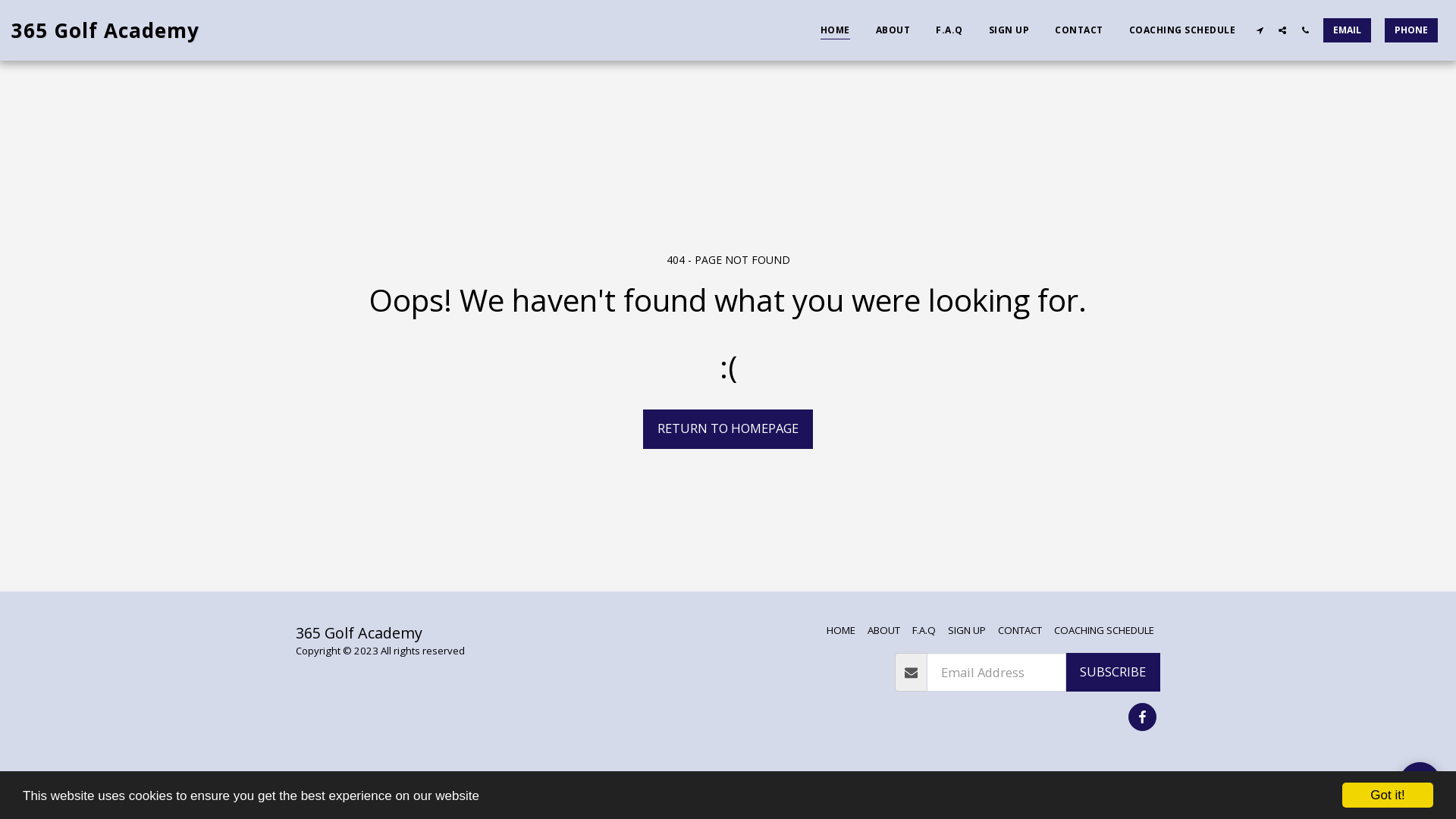 Image resolution: width=1456 pixels, height=819 pixels. Describe the element at coordinates (1259, 30) in the screenshot. I see `' '` at that location.